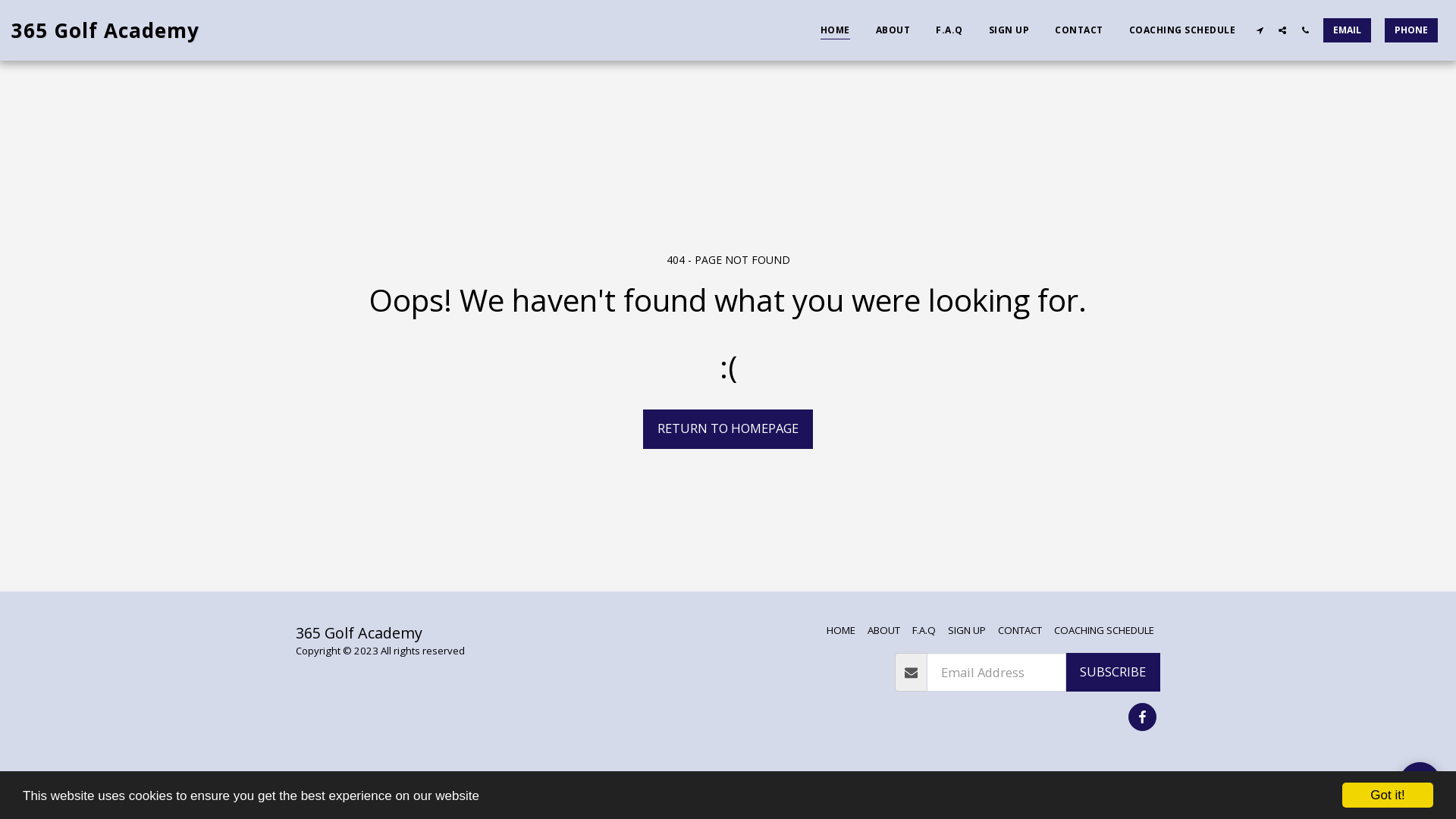 Image resolution: width=1456 pixels, height=819 pixels. Describe the element at coordinates (1259, 30) in the screenshot. I see `' '` at that location.